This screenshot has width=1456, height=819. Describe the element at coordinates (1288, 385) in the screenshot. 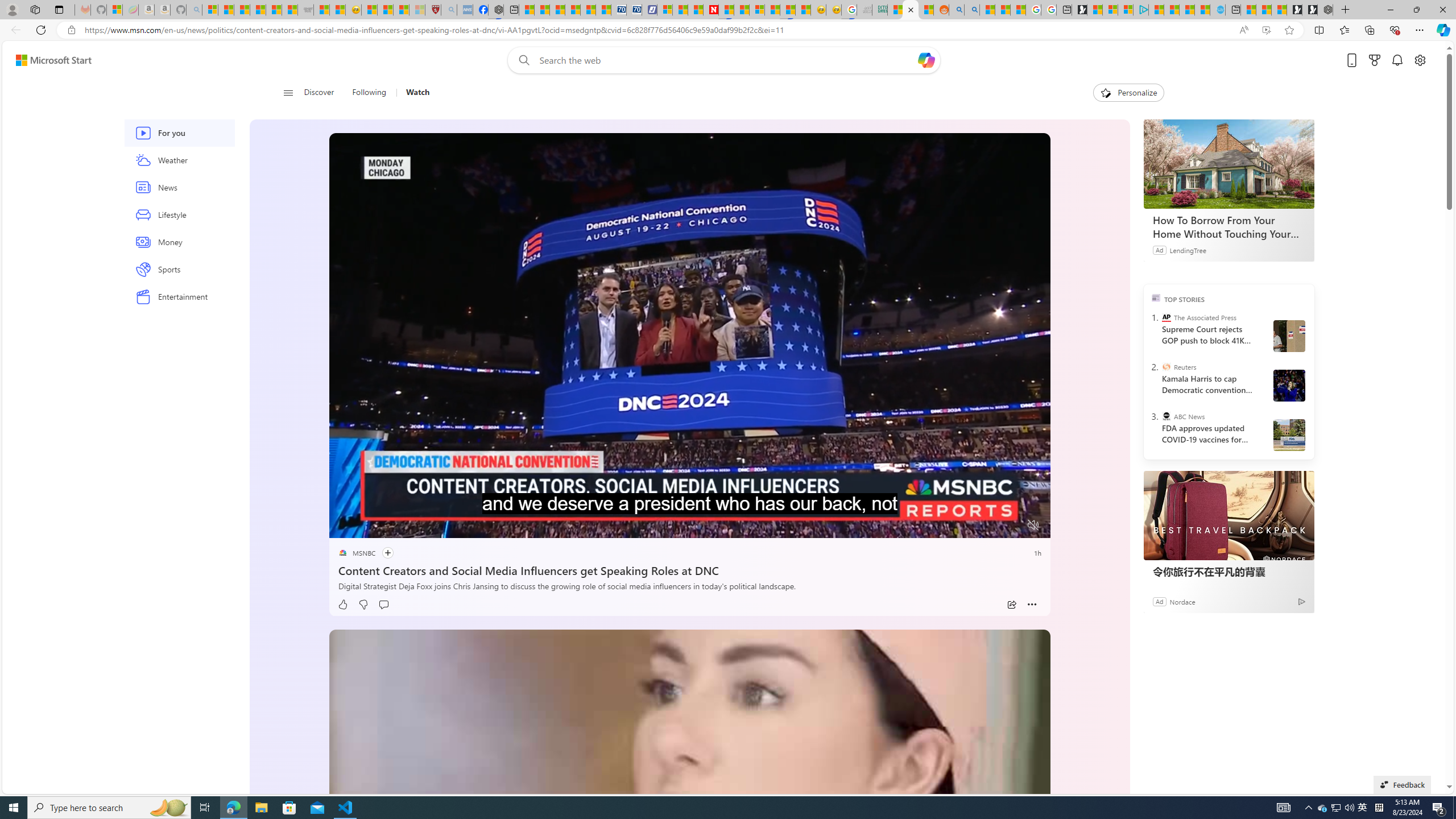

I see `' Harris and Walz campaign in Wisconsin'` at that location.